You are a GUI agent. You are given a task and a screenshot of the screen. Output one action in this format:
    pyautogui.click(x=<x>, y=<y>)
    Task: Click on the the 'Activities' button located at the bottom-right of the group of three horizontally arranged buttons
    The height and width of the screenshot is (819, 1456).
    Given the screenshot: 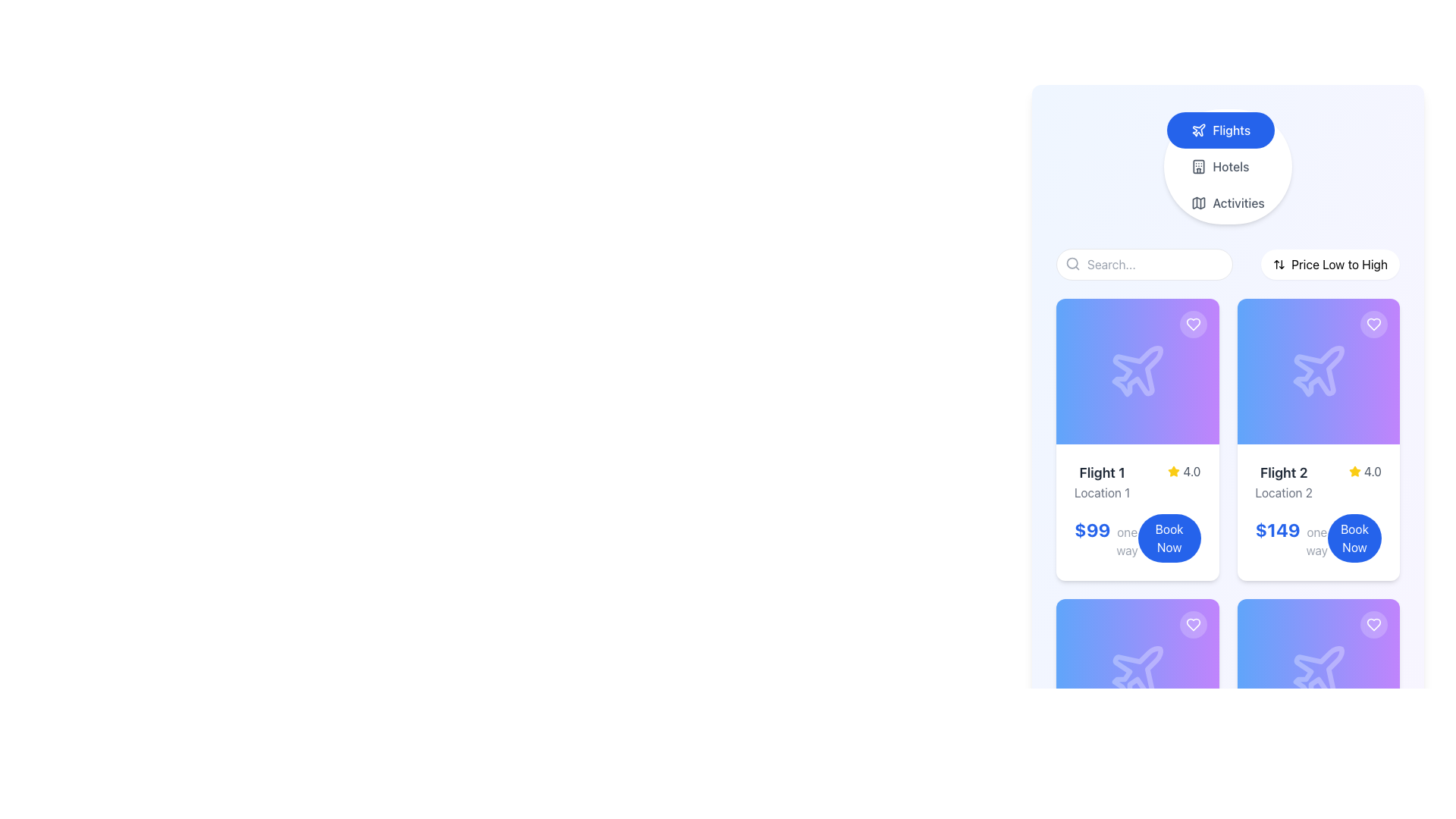 What is the action you would take?
    pyautogui.click(x=1228, y=202)
    